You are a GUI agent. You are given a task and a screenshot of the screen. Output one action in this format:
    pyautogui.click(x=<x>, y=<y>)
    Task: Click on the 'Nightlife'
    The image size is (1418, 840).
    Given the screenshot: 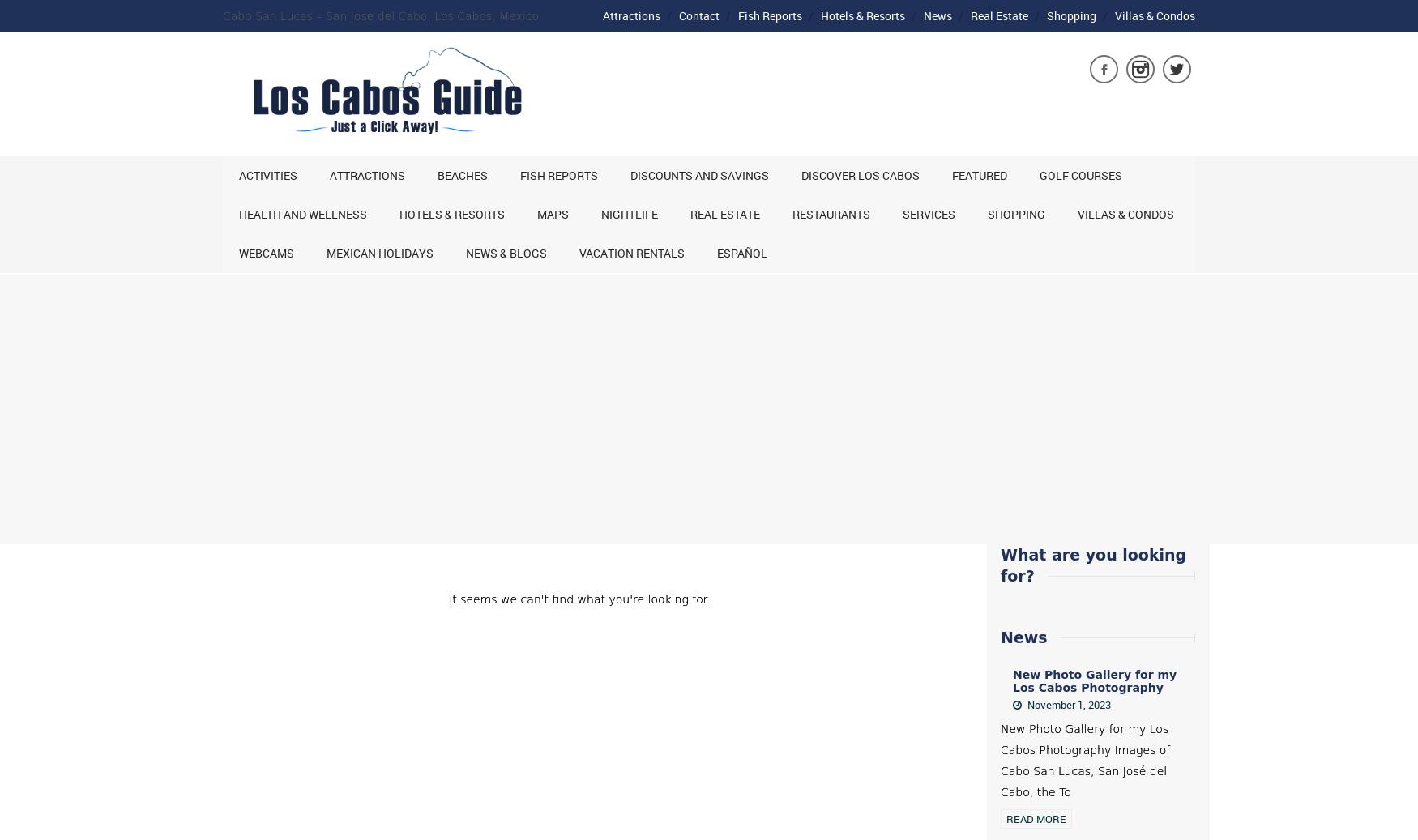 What is the action you would take?
    pyautogui.click(x=601, y=213)
    